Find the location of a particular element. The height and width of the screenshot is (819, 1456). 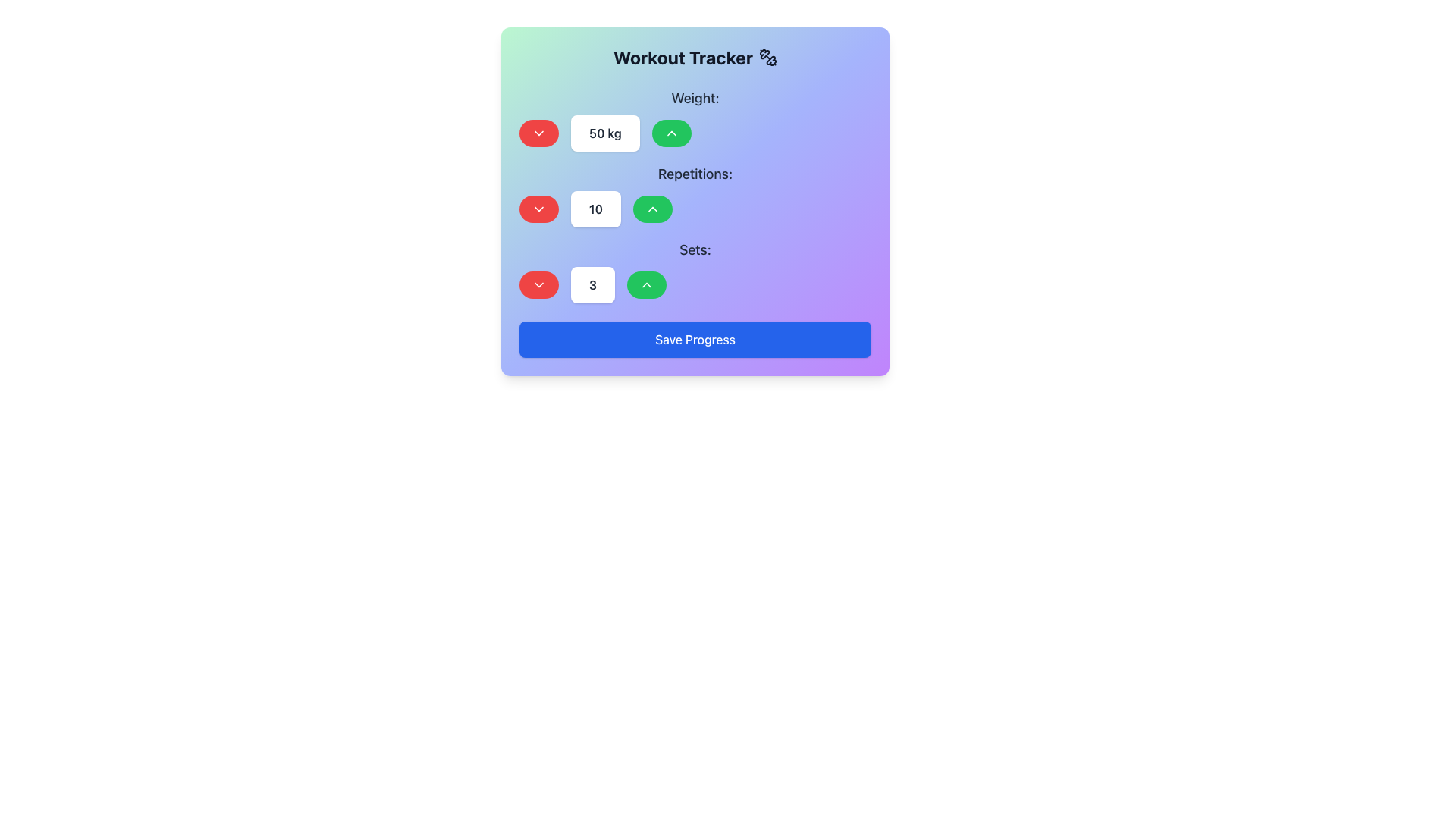

the decrement button located in the third row of the numeric control section, to the left of the 'Sets' input box, to decrement the 'Sets' value is located at coordinates (538, 284).